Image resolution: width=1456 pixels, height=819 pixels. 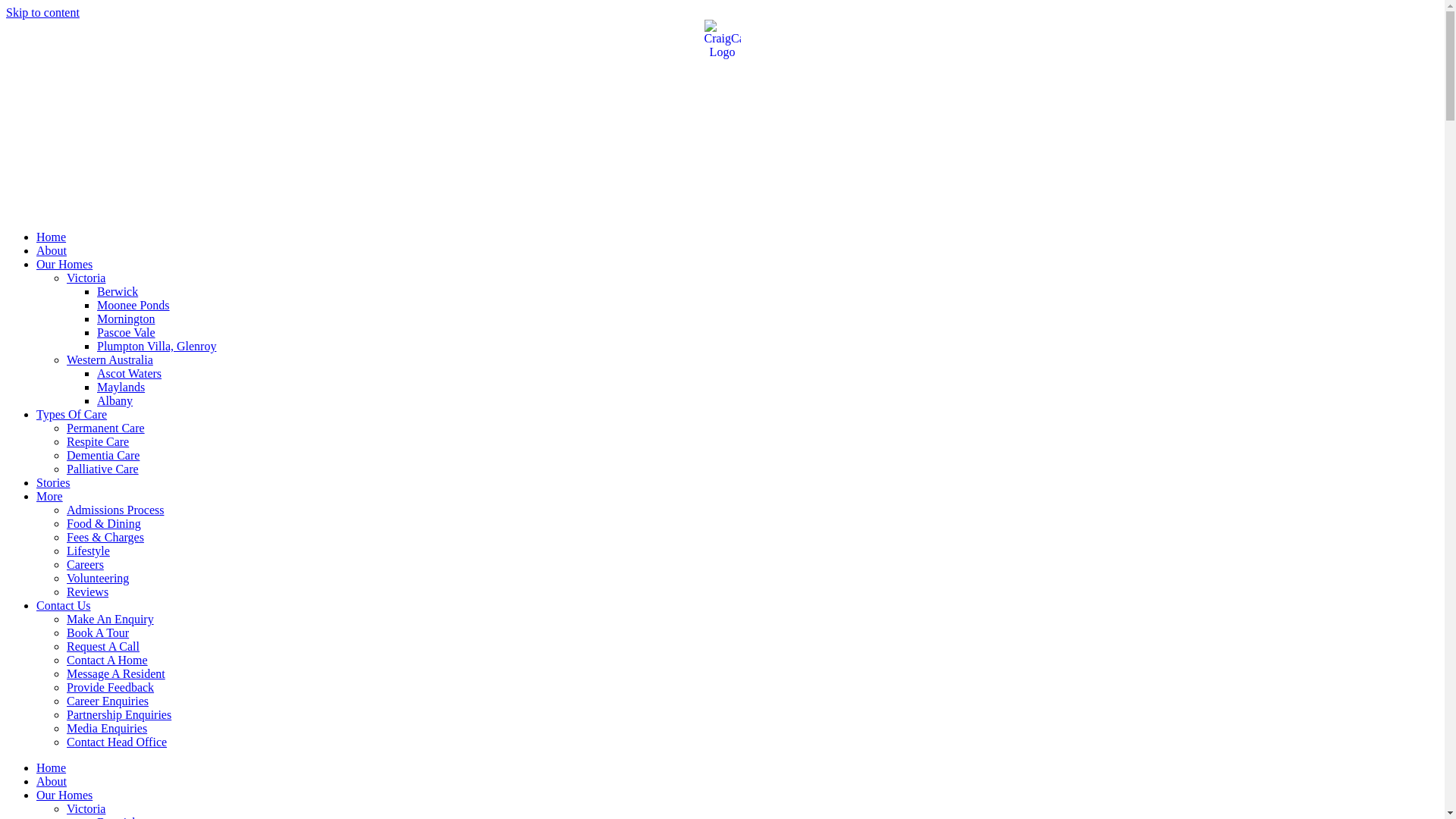 I want to click on 'Home', so click(x=51, y=767).